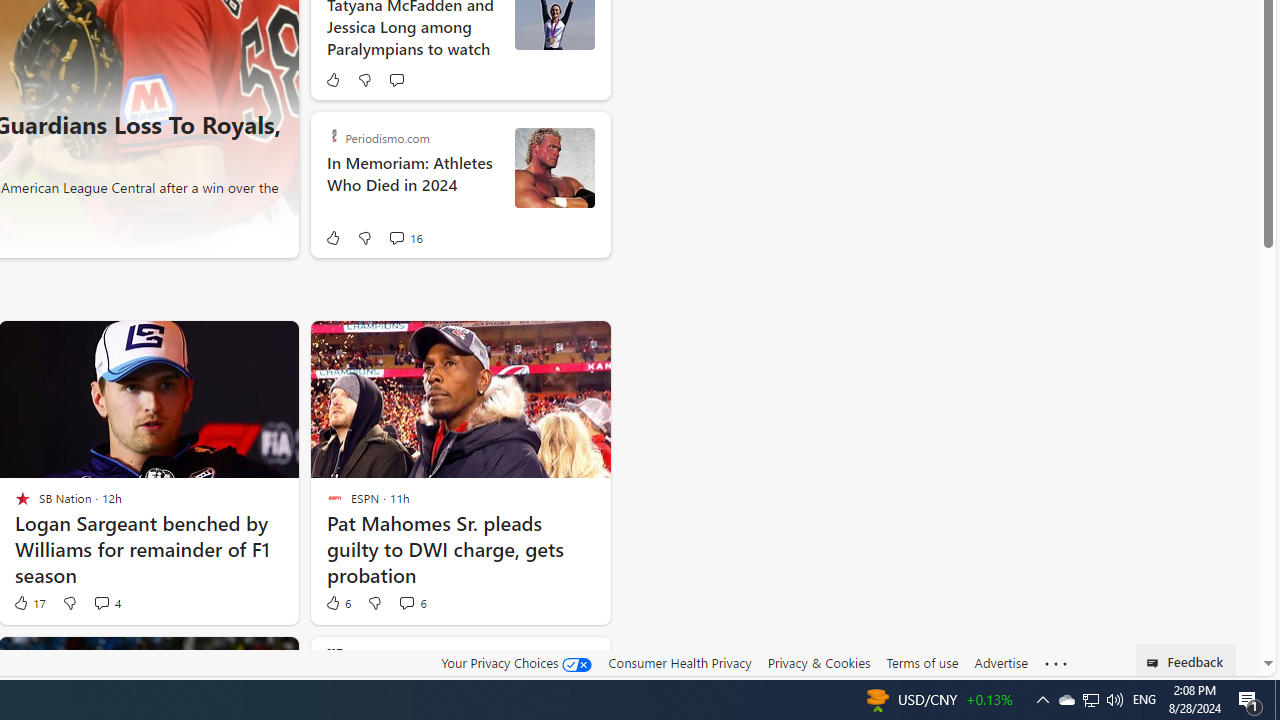 The image size is (1280, 720). What do you see at coordinates (334, 135) in the screenshot?
I see `'Periodismo.com'` at bounding box center [334, 135].